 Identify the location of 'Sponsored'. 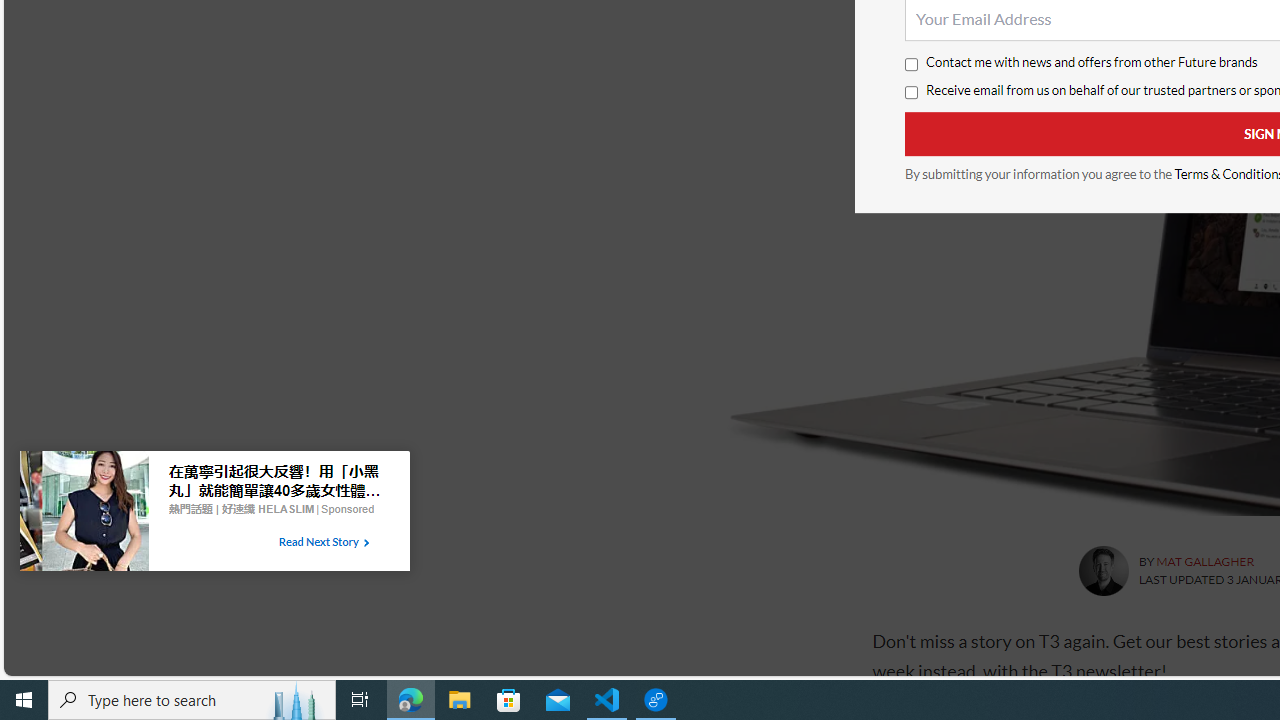
(348, 508).